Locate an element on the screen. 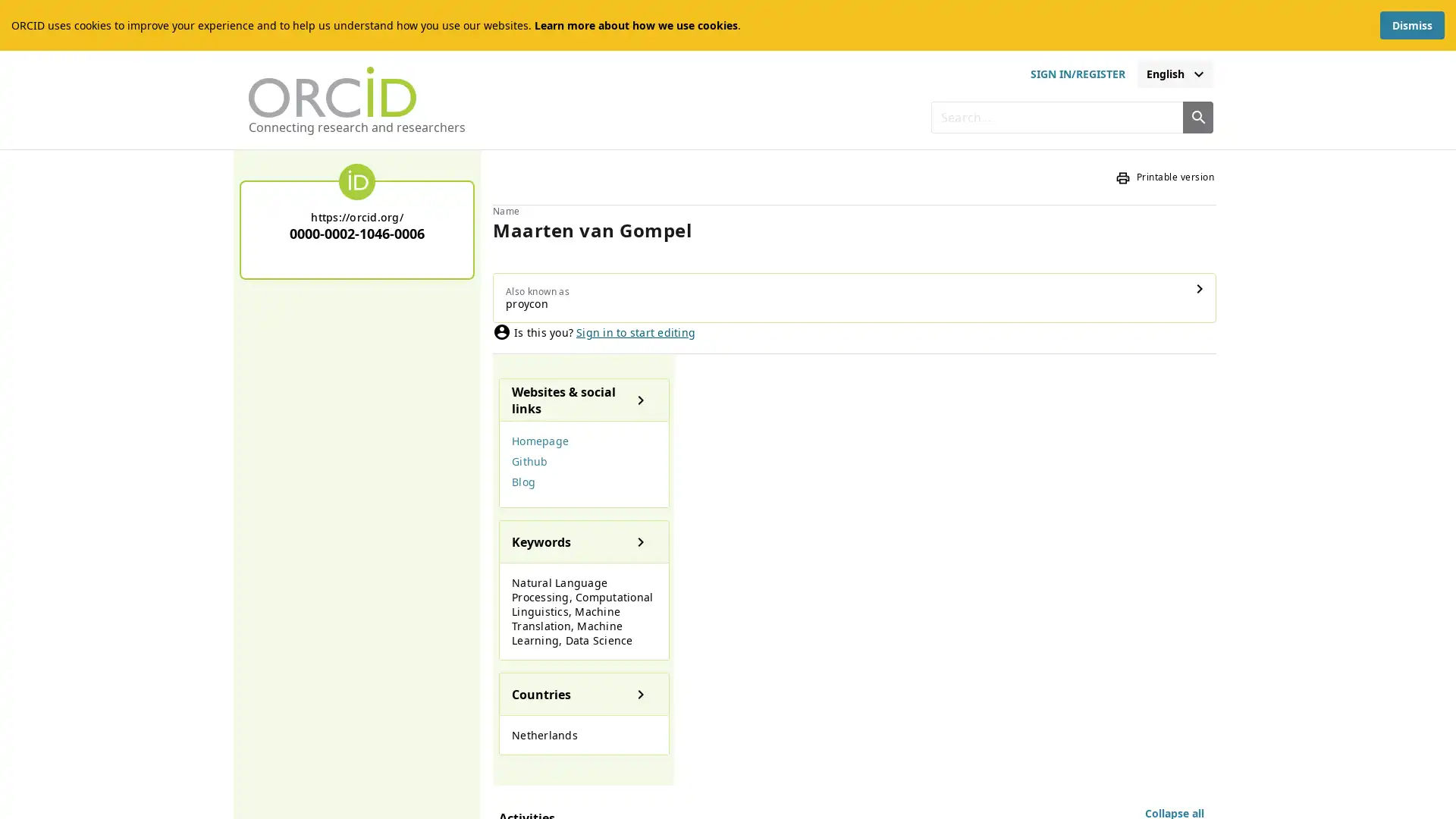 The image size is (1456, 819). Show details is located at coordinates (447, 324).